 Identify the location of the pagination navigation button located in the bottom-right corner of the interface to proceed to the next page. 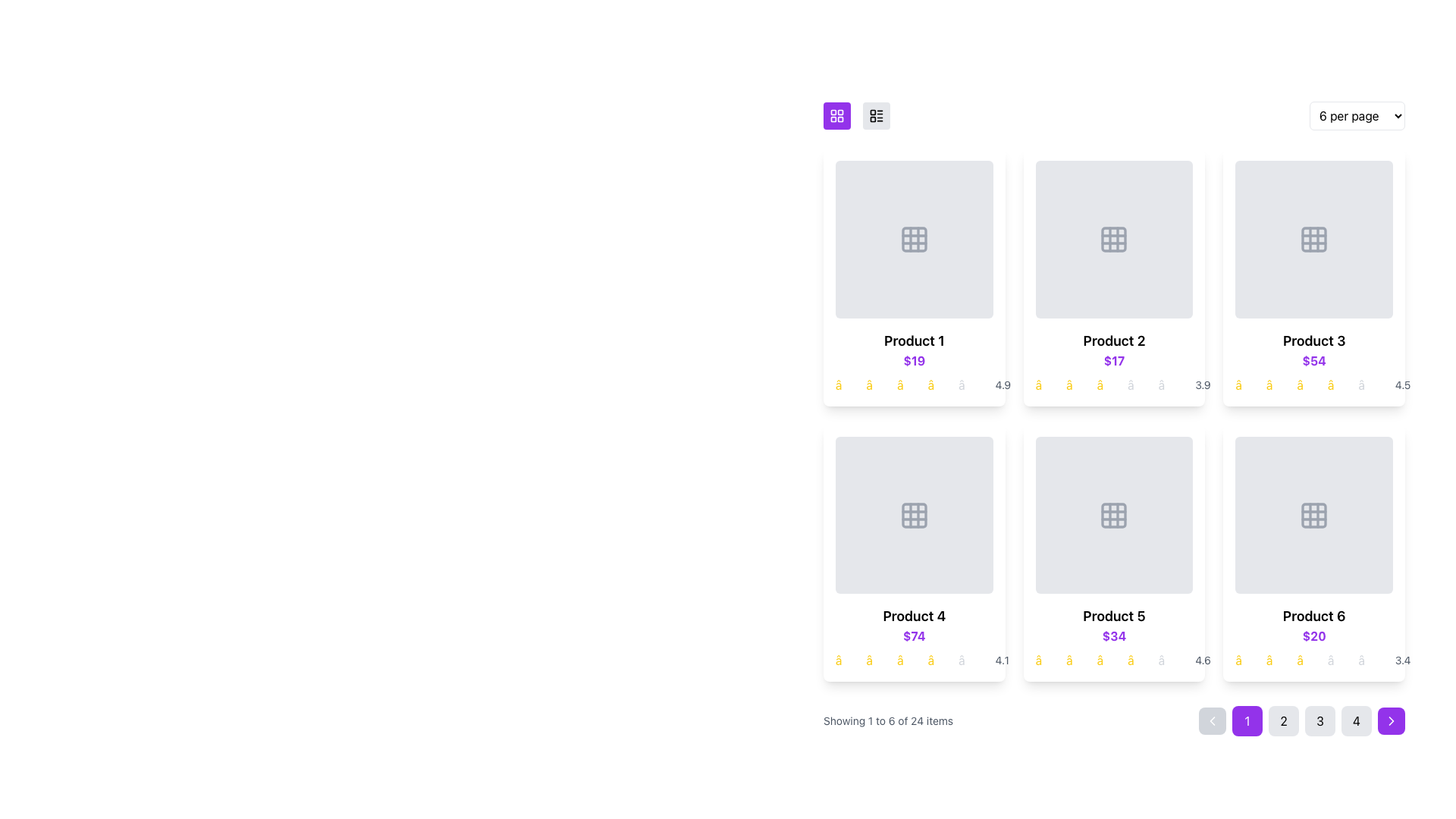
(1391, 720).